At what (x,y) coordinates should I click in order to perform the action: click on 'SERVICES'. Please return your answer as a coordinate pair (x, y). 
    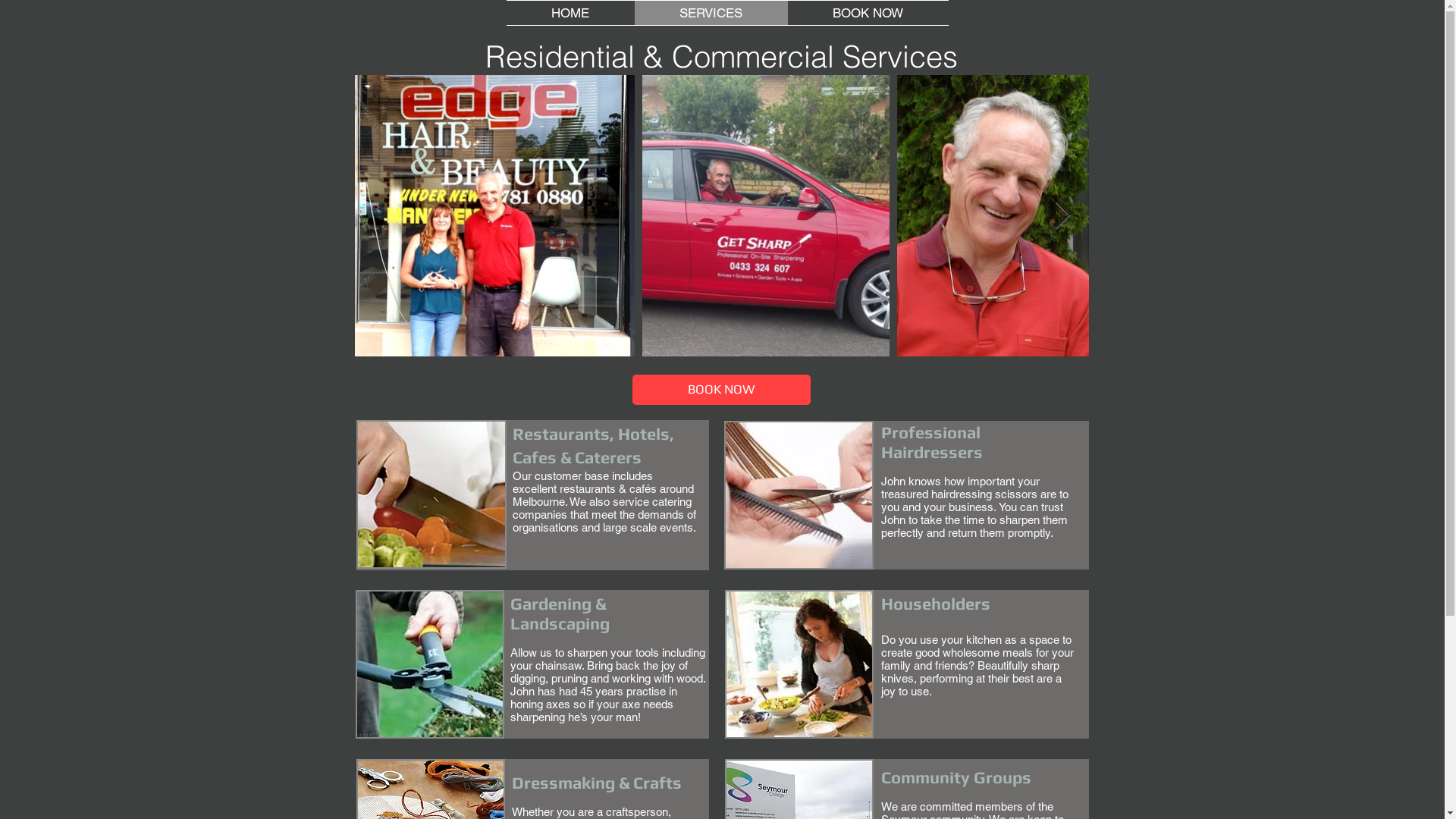
    Looking at the image, I should click on (709, 12).